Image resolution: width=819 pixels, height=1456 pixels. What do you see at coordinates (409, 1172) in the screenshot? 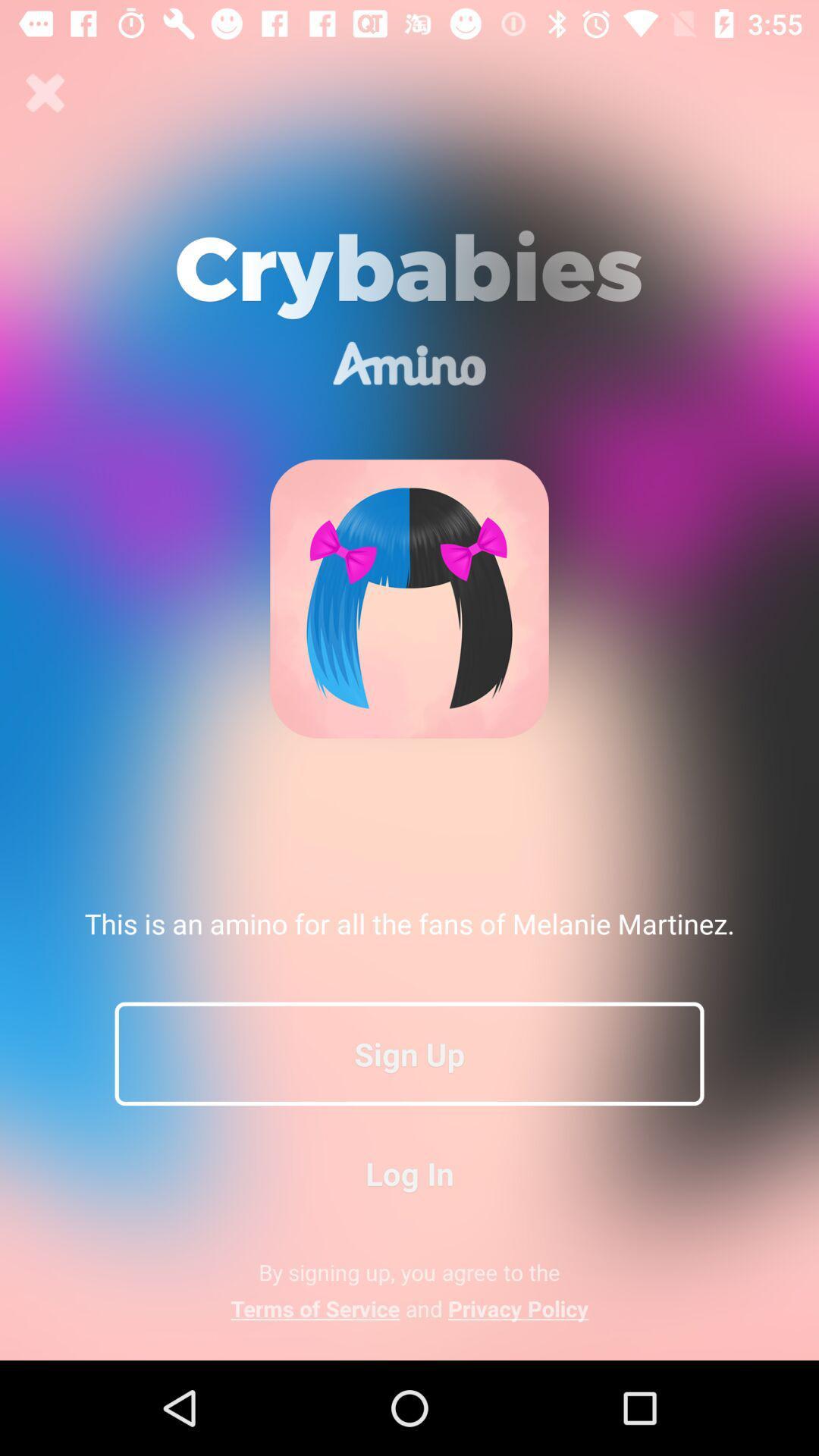
I see `log in item` at bounding box center [409, 1172].